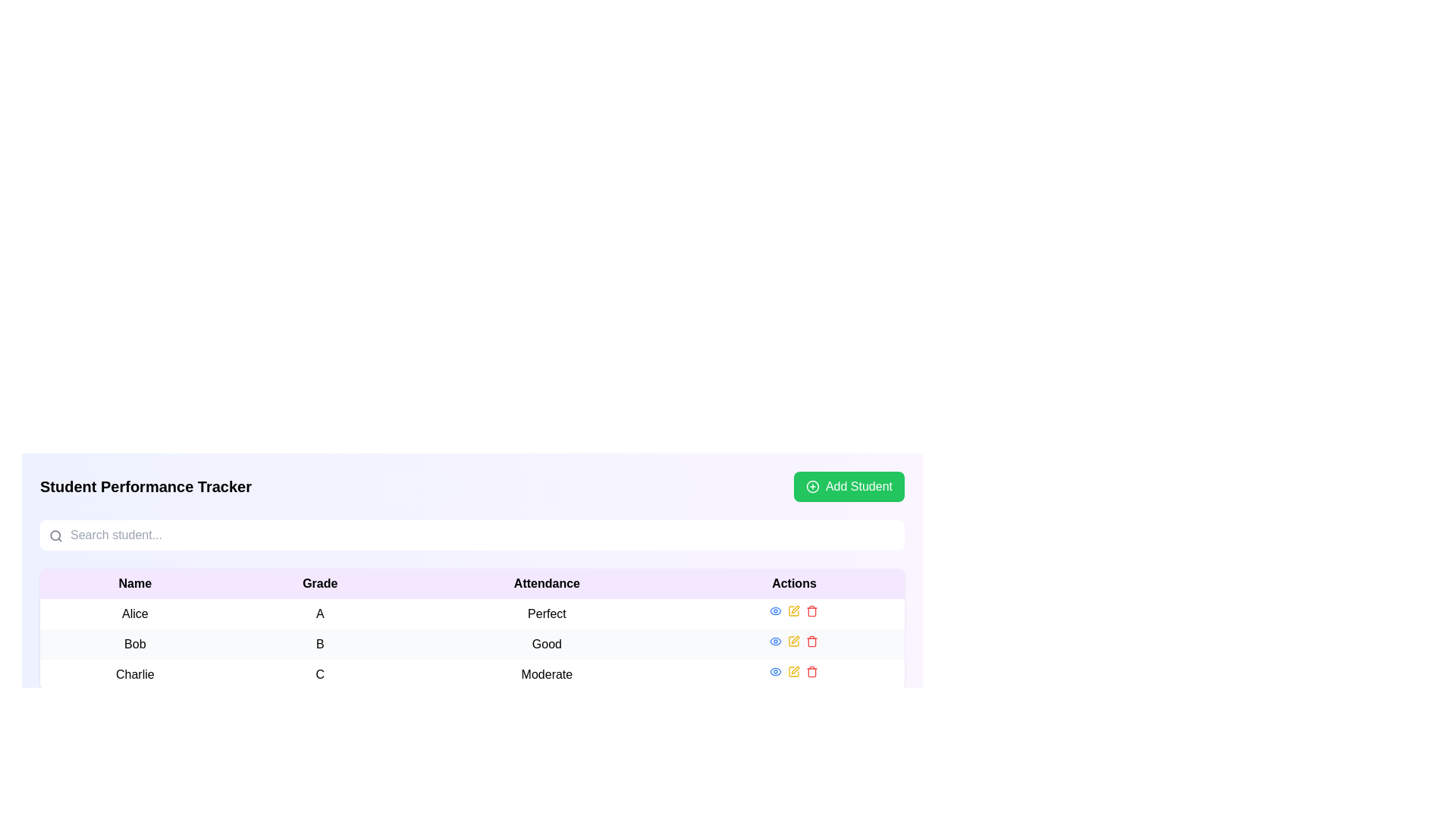 Image resolution: width=1456 pixels, height=819 pixels. What do you see at coordinates (848, 486) in the screenshot?
I see `the 'Add Student' button located at the far-right side of the header section labeled 'Student Performance Tracker'` at bounding box center [848, 486].